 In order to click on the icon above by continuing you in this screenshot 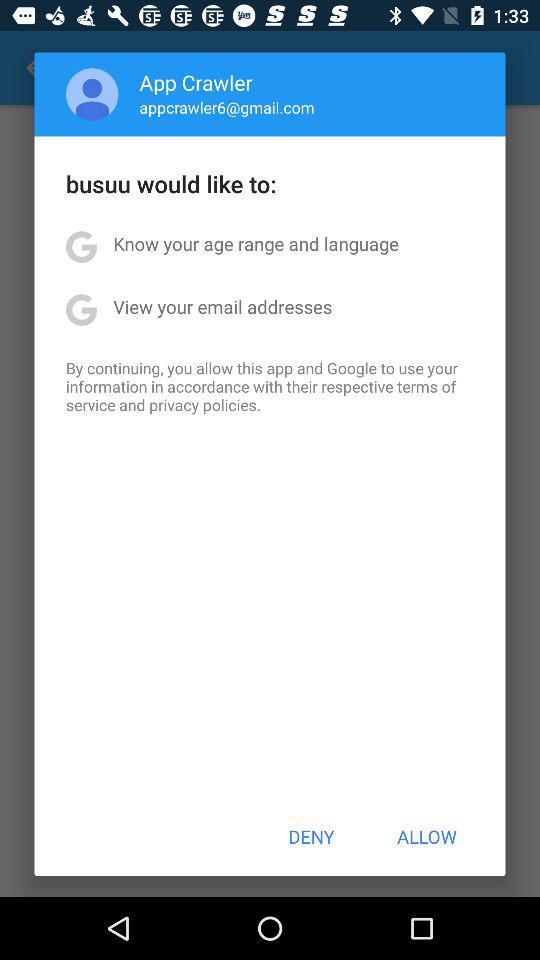, I will do `click(221, 306)`.